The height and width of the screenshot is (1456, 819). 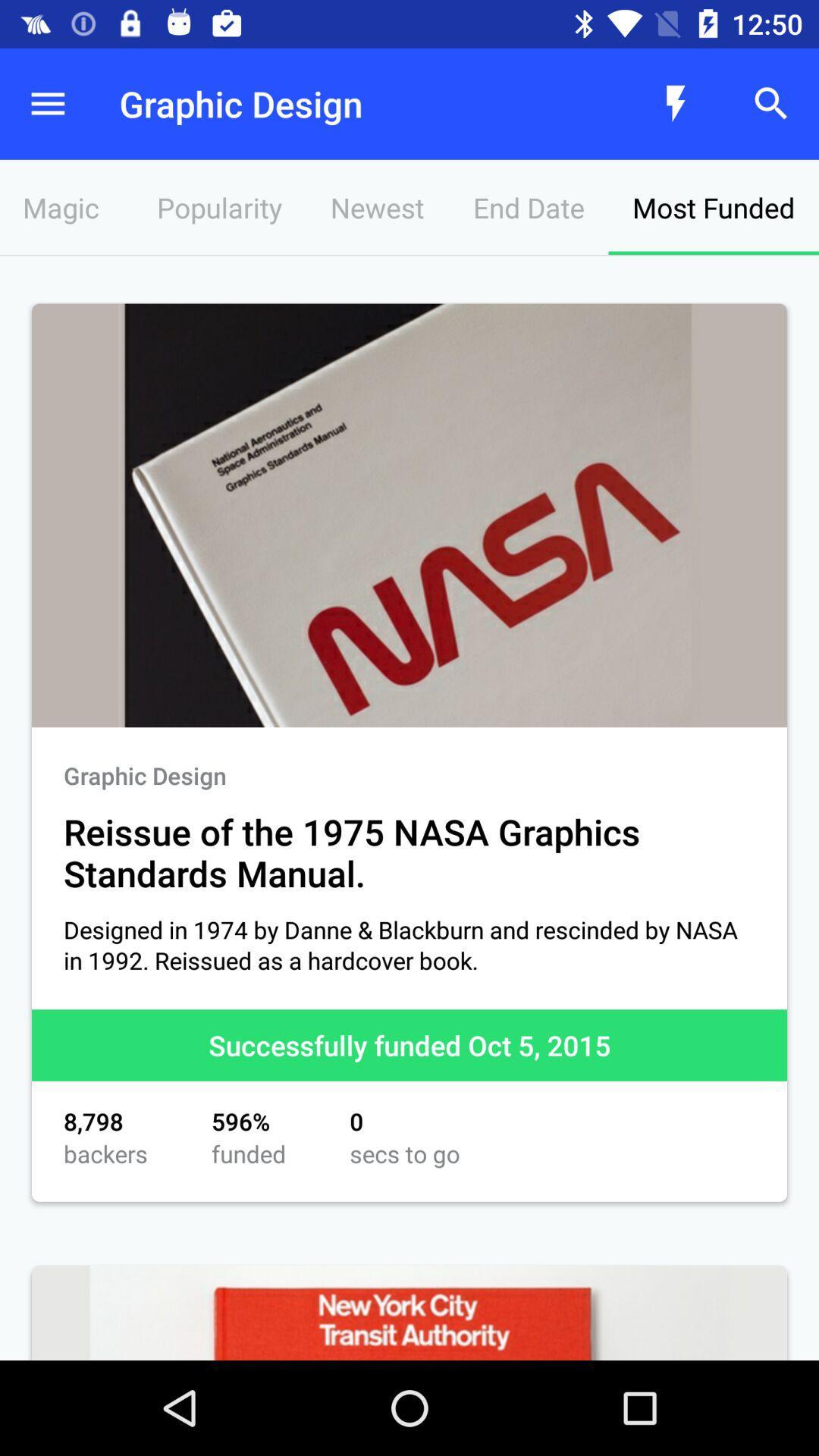 I want to click on search, so click(x=771, y=103).